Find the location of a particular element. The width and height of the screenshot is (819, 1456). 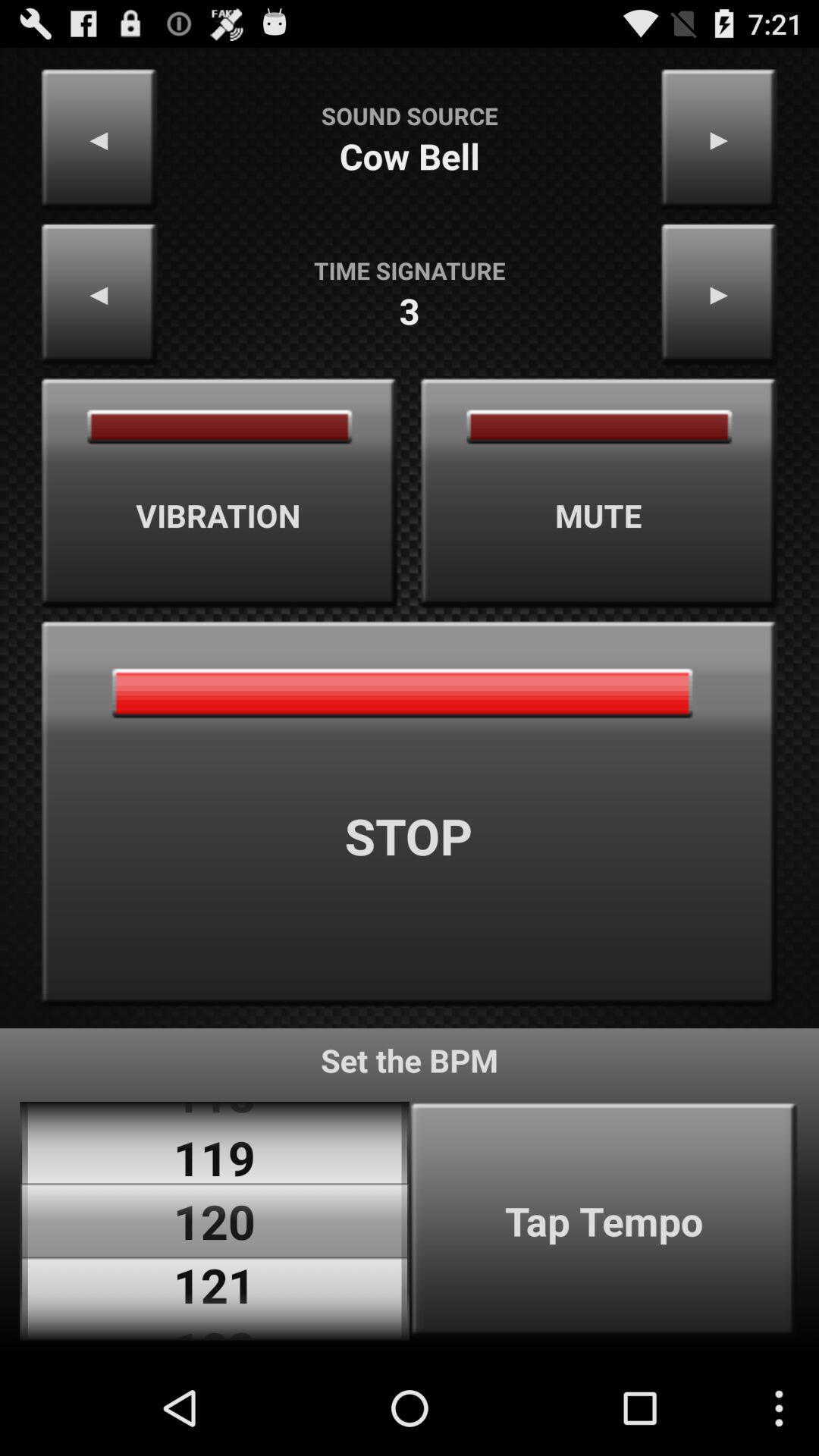

the vibration icon is located at coordinates (219, 493).